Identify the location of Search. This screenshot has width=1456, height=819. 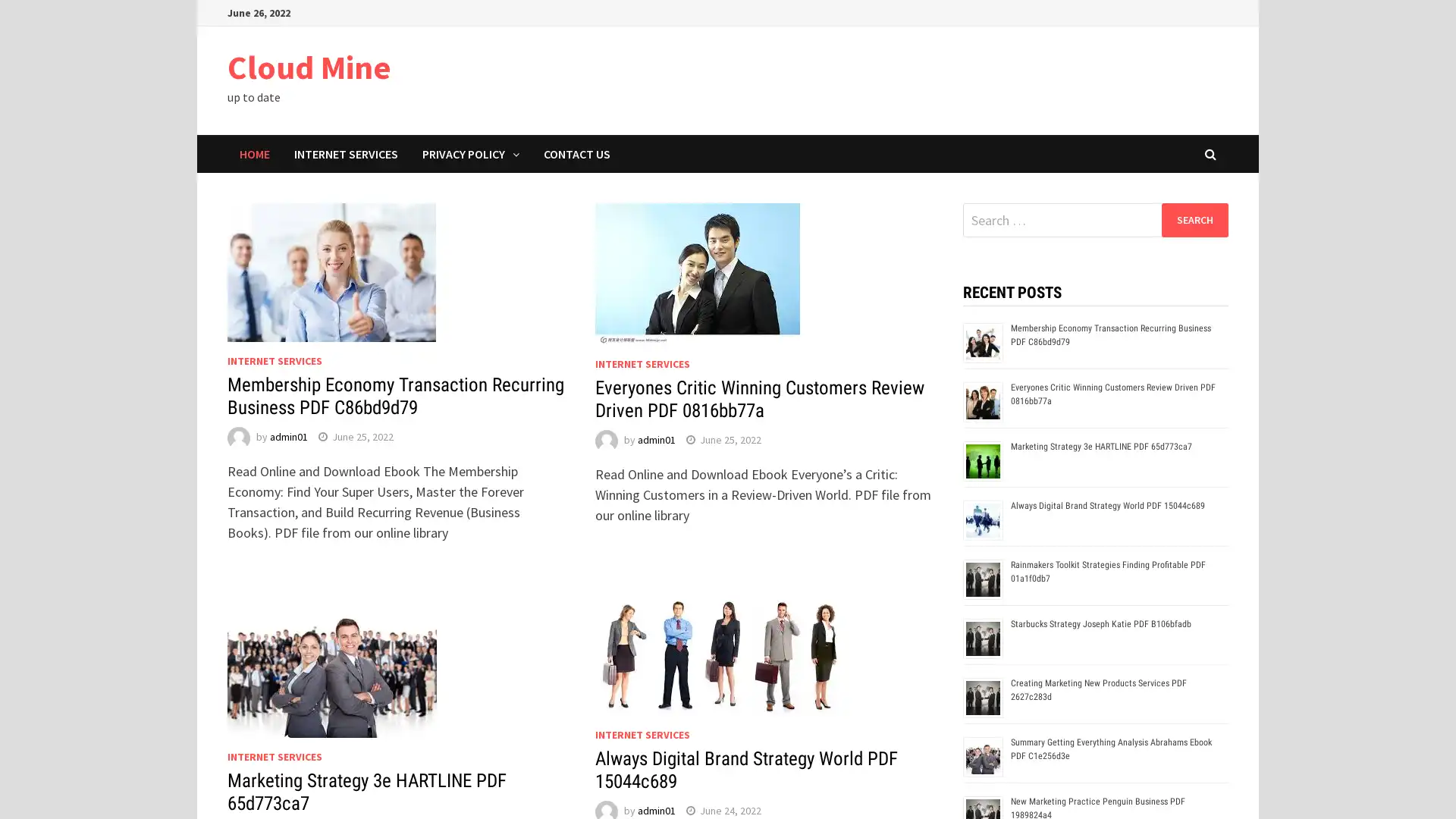
(1194, 219).